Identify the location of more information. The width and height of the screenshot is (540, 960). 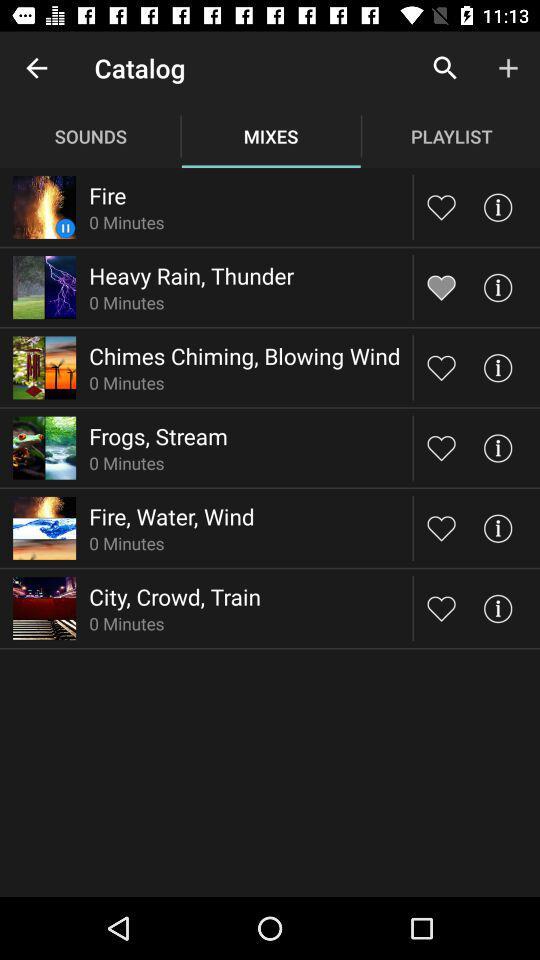
(496, 527).